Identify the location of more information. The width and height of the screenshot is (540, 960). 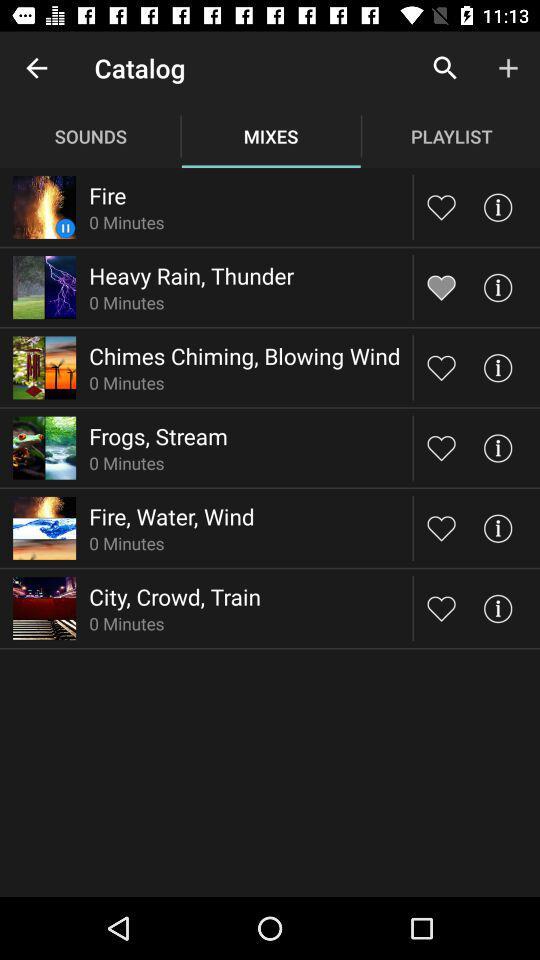
(496, 527).